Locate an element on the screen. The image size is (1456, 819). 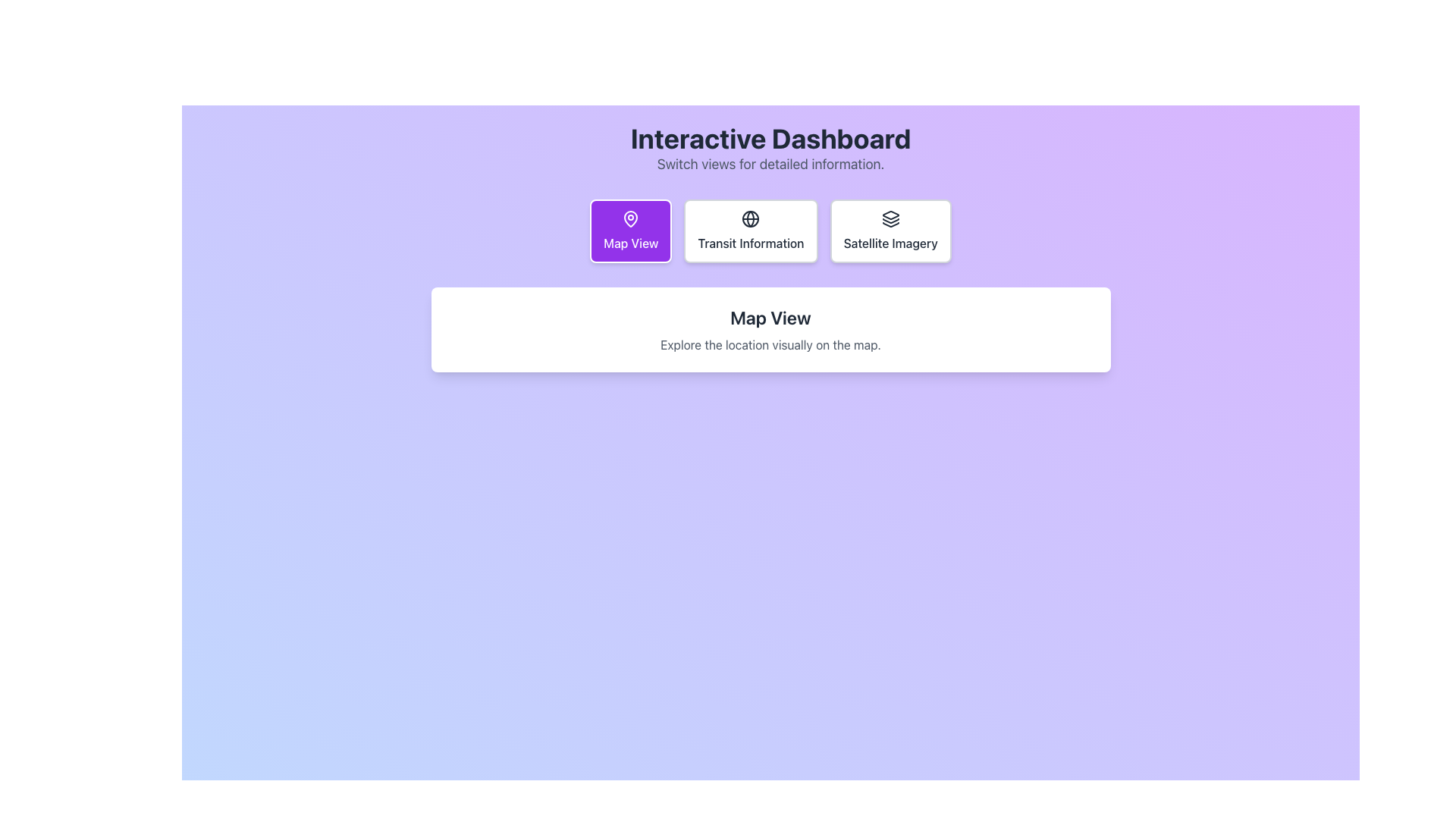
the rightmost button in the horizontal group of three buttons to trigger the hover effect for the 'Satellite Imagery' view is located at coordinates (890, 231).